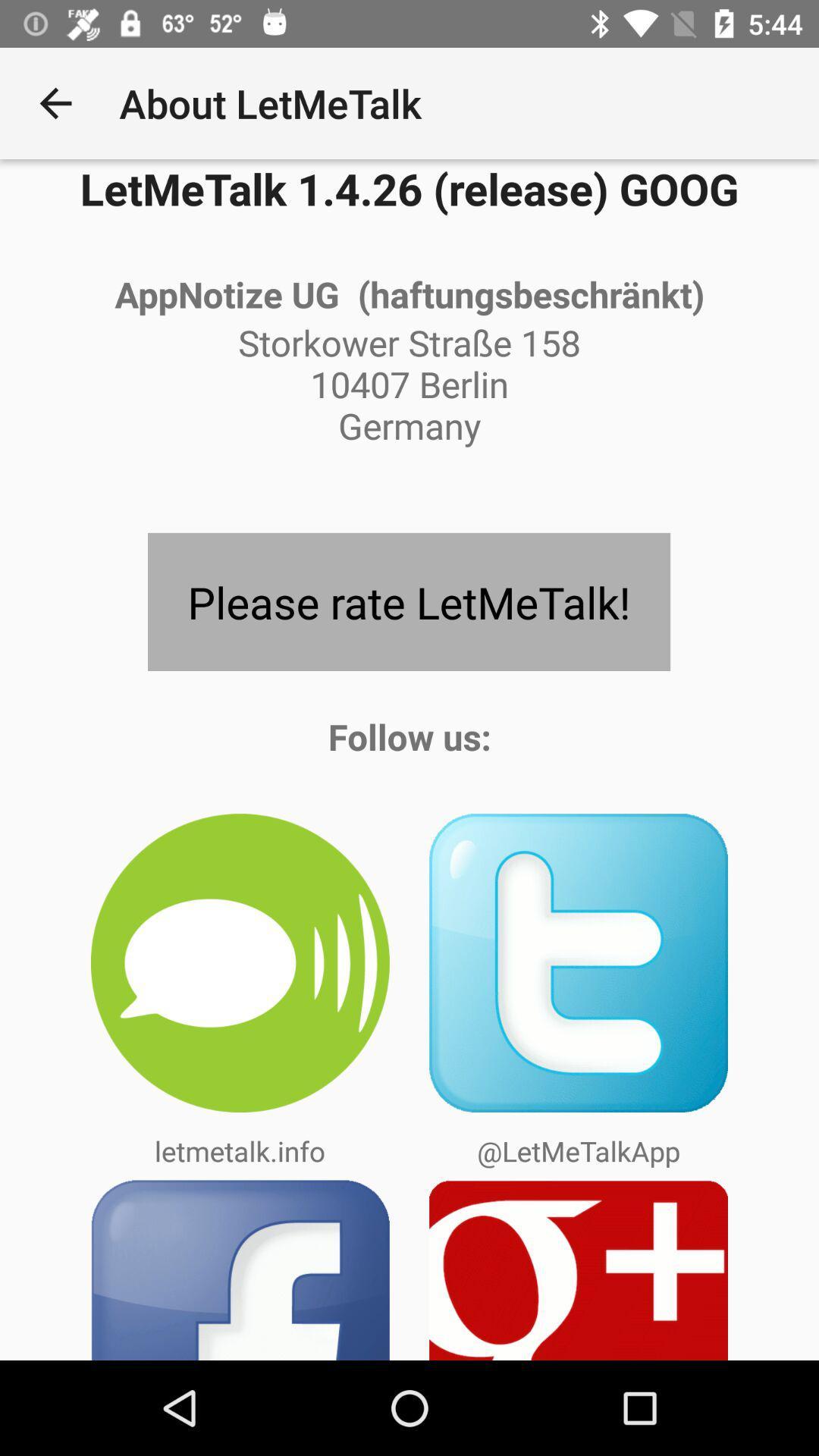  What do you see at coordinates (239, 1269) in the screenshot?
I see `the app below the letmetalk.info icon` at bounding box center [239, 1269].